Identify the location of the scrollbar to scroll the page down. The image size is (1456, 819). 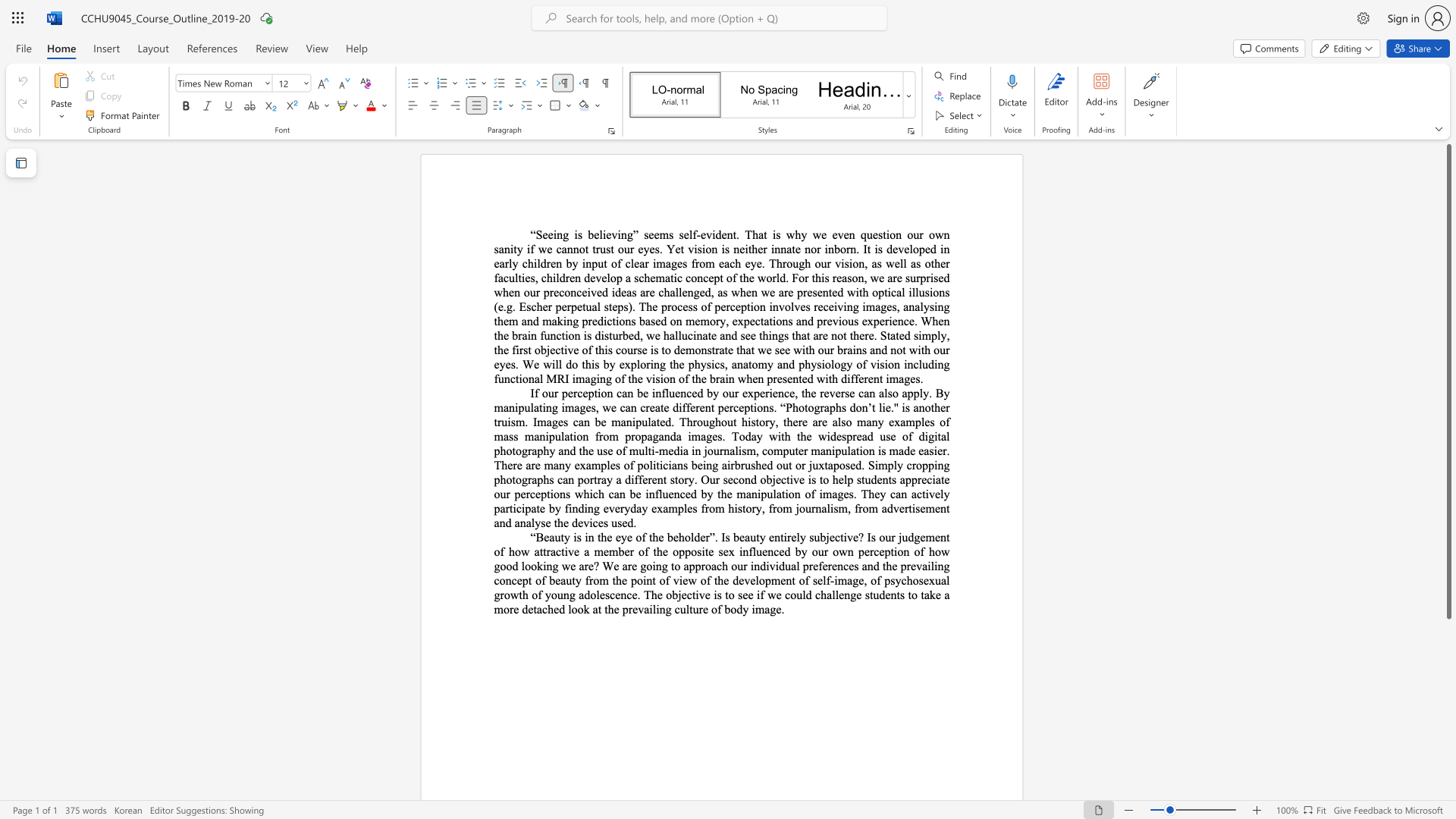
(1448, 637).